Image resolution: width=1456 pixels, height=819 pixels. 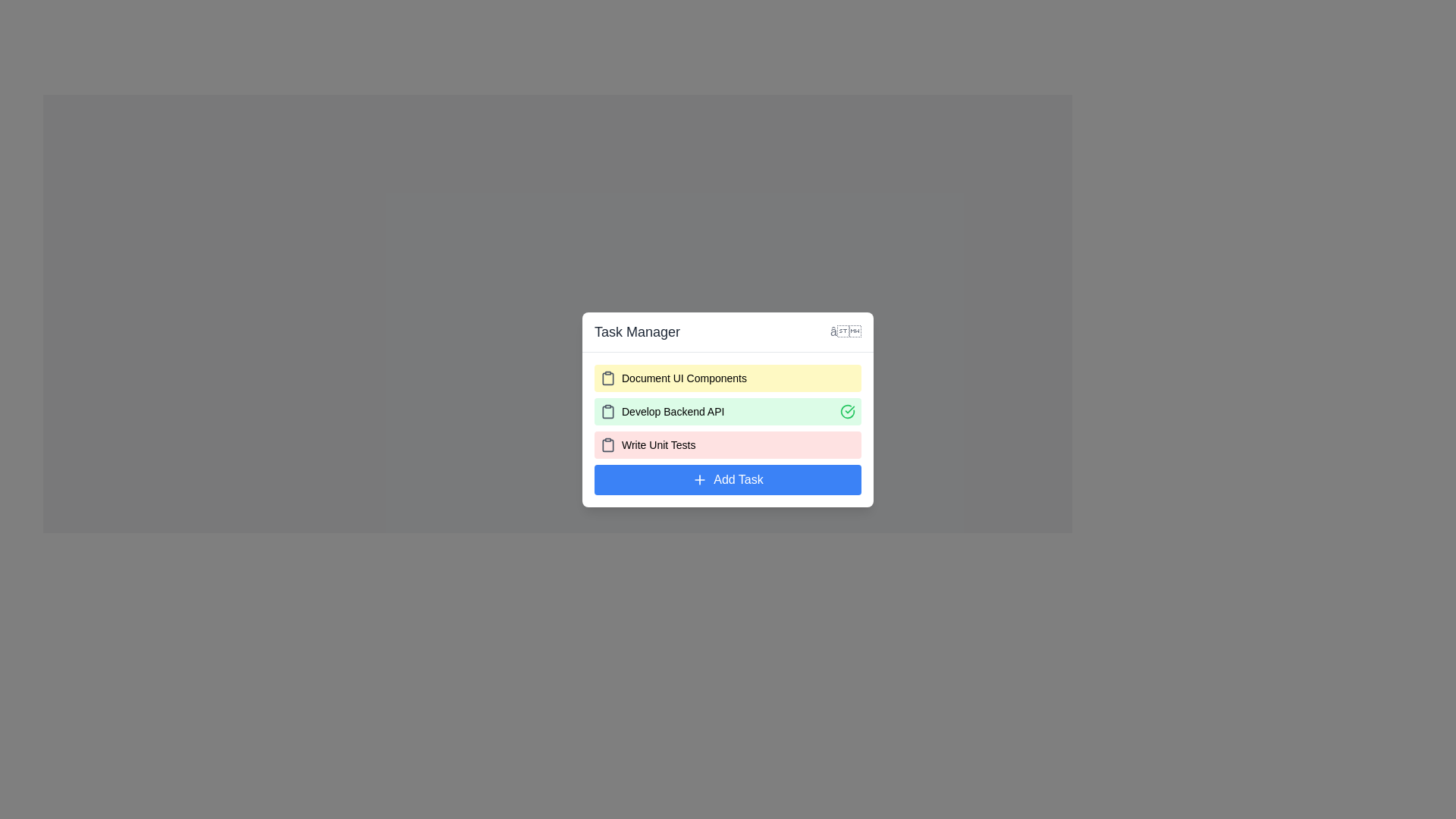 What do you see at coordinates (648, 444) in the screenshot?
I see `text 'Write Unit Tests' from the Task entry label with an icon, which features a clipboard icon and is located within a red-highlighted task entry in the task manager interface` at bounding box center [648, 444].